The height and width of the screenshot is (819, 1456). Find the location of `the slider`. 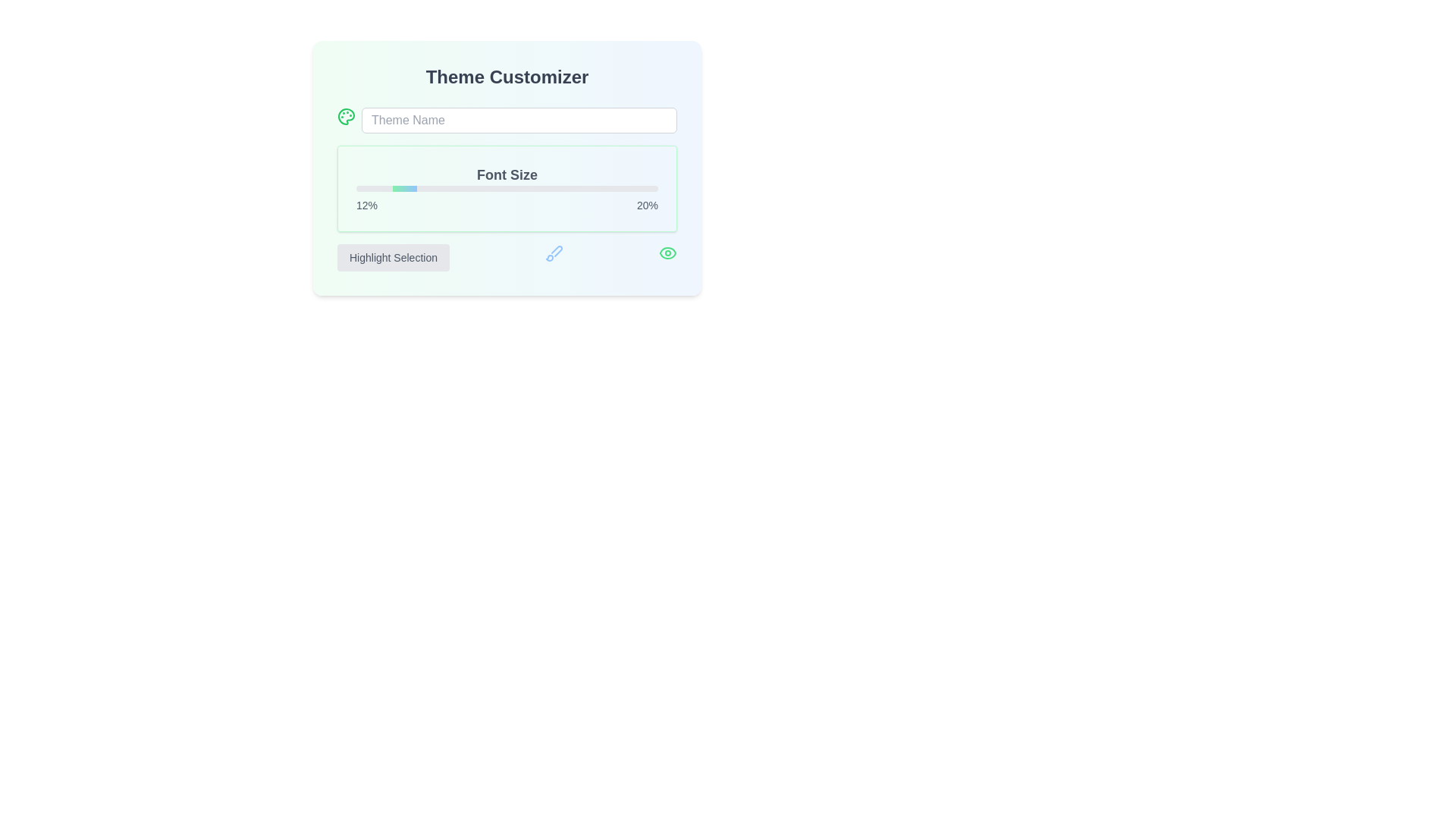

the slider is located at coordinates (389, 188).